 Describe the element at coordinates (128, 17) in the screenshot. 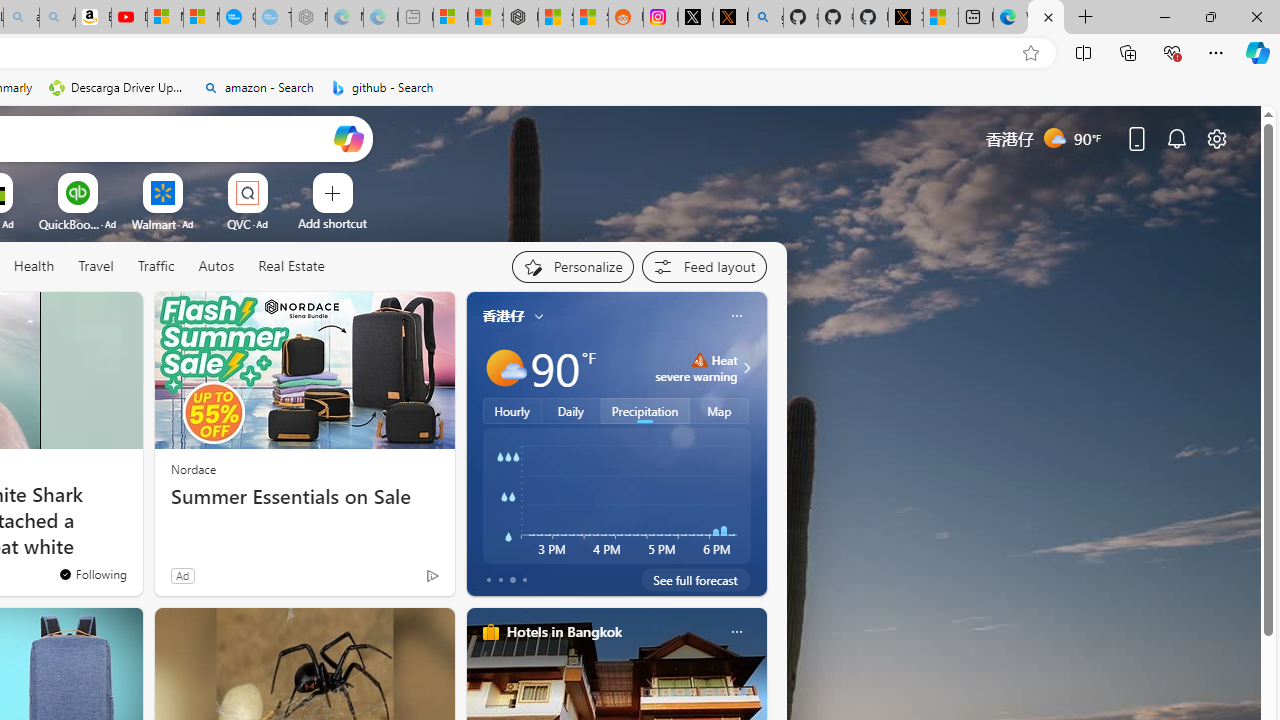

I see `'Day 1: Arriving in Yemen (surreal to be here) - YouTube'` at that location.